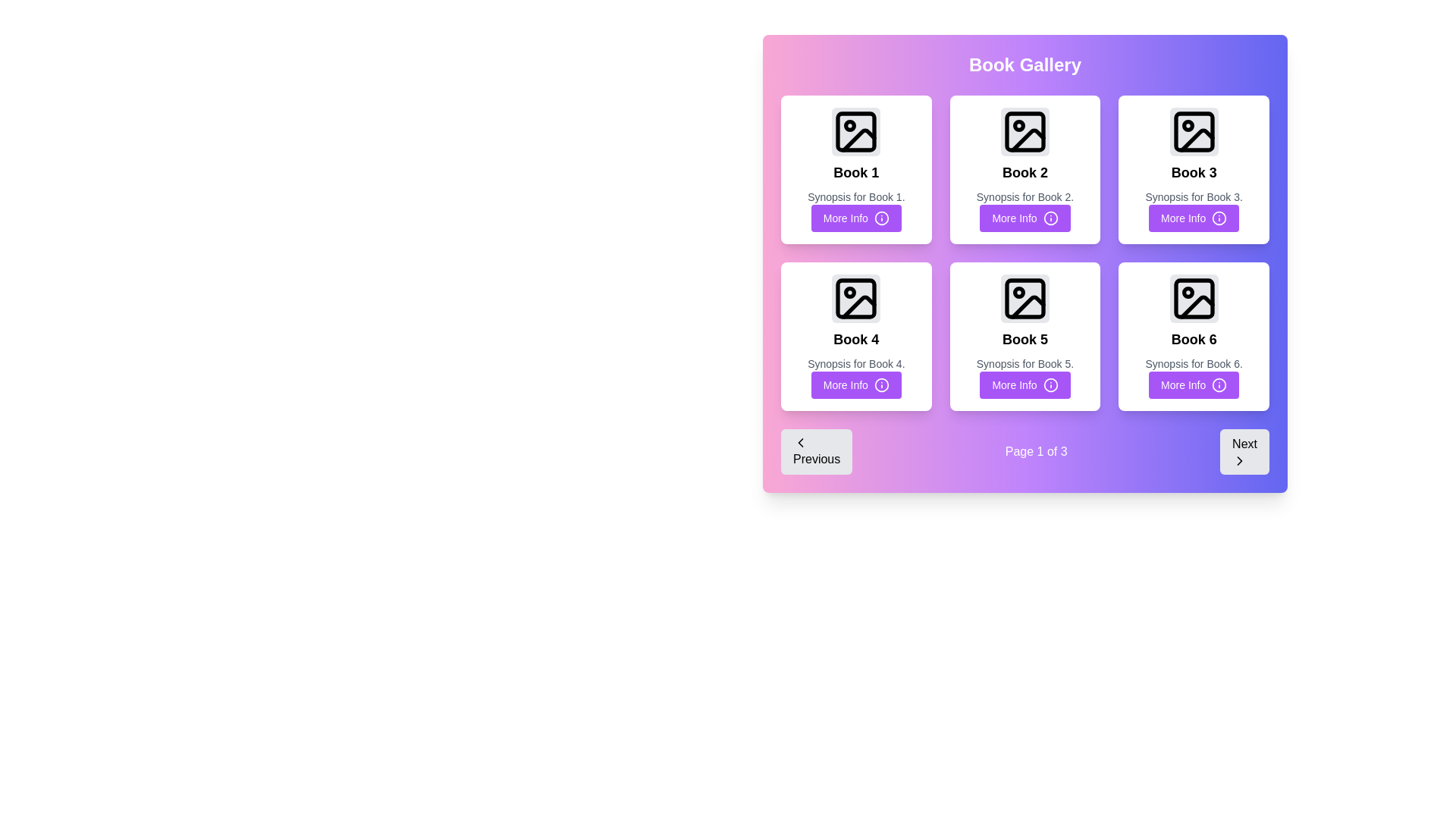  What do you see at coordinates (1019, 292) in the screenshot?
I see `the small white circle with a black border located in the top-left corner of the image icon for 'Book 5' in the book gallery interface` at bounding box center [1019, 292].